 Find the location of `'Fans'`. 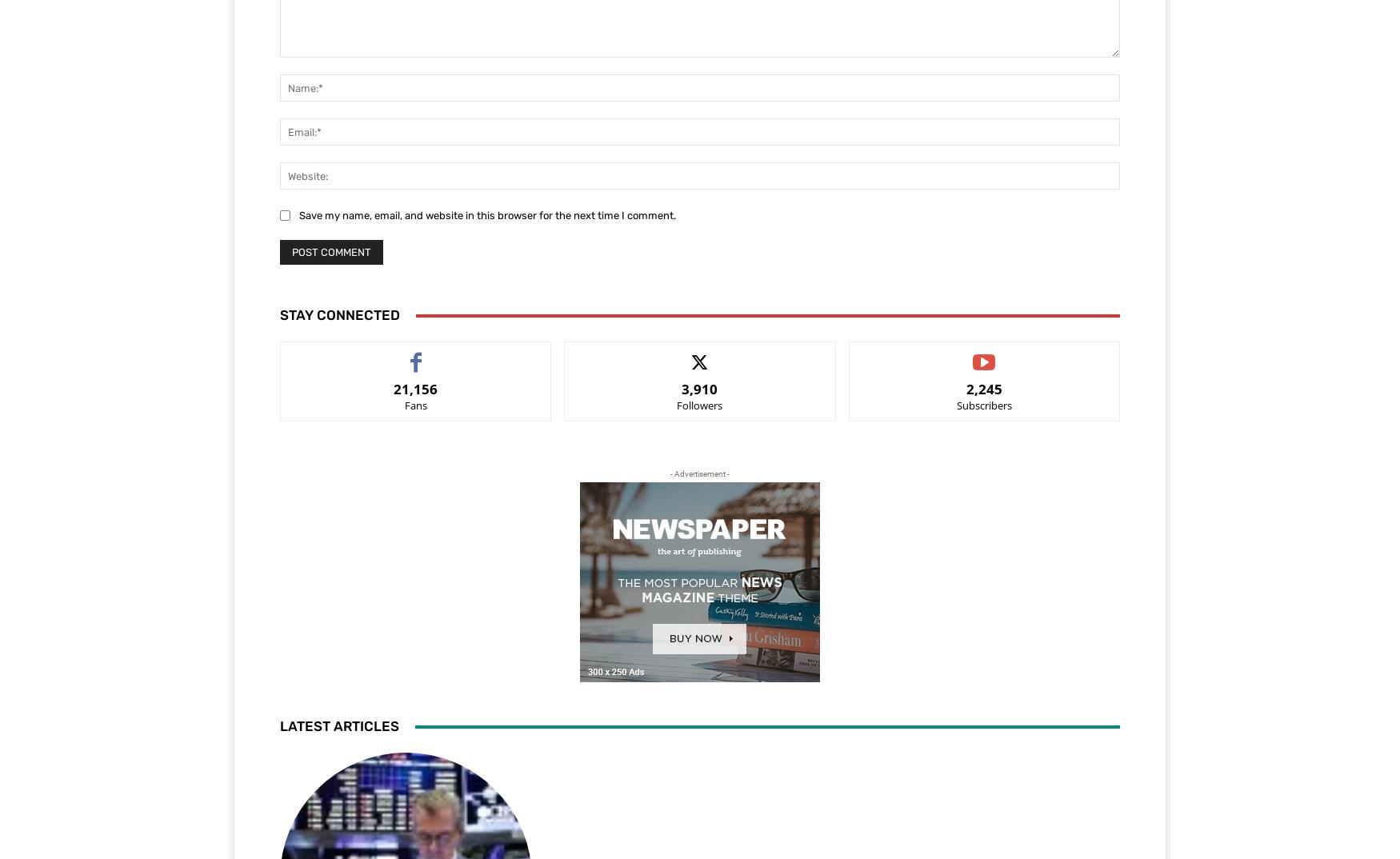

'Fans' is located at coordinates (414, 406).